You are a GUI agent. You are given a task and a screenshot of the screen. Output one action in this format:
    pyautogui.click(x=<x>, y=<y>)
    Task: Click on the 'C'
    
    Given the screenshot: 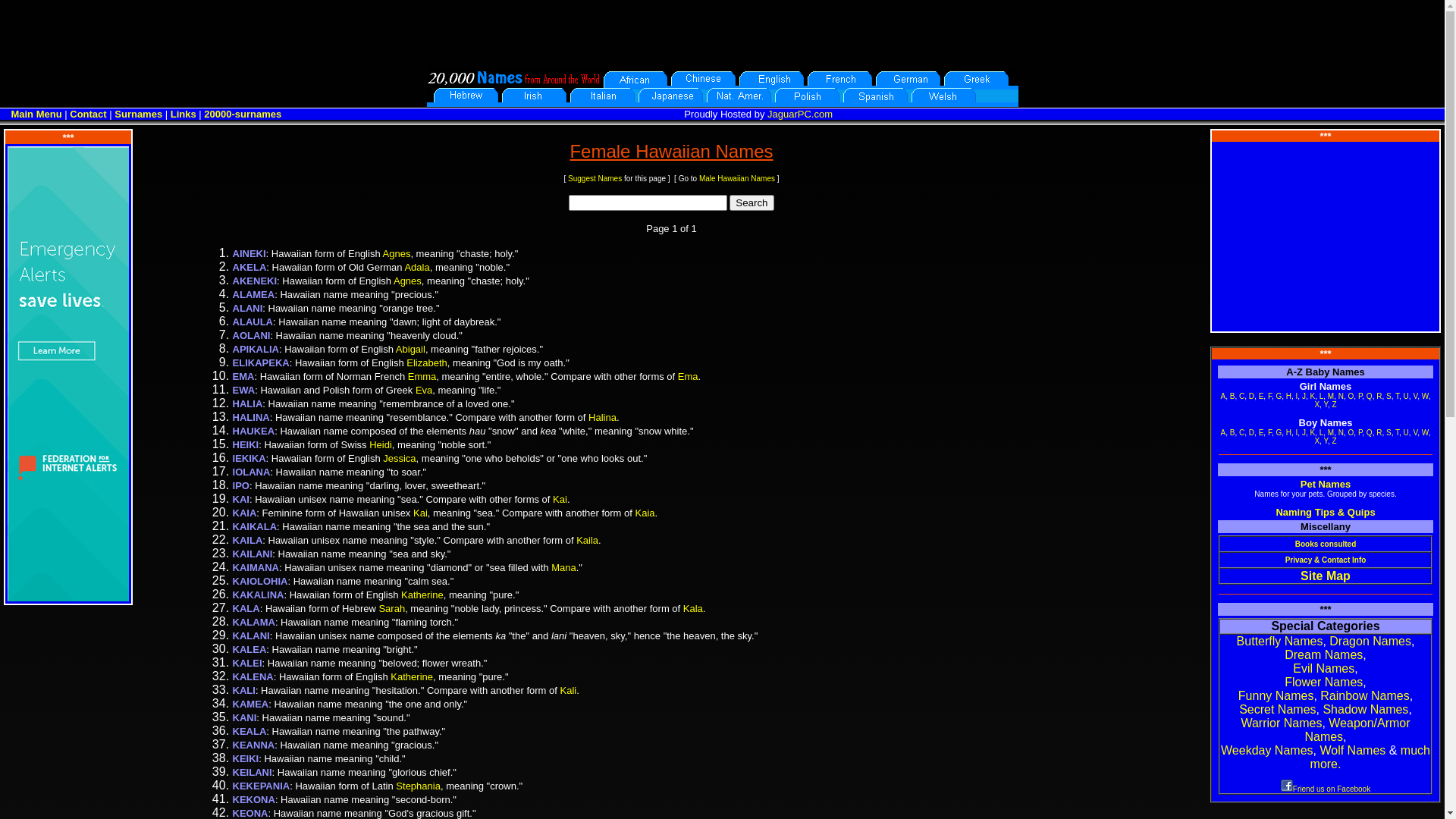 What is the action you would take?
    pyautogui.click(x=1241, y=432)
    